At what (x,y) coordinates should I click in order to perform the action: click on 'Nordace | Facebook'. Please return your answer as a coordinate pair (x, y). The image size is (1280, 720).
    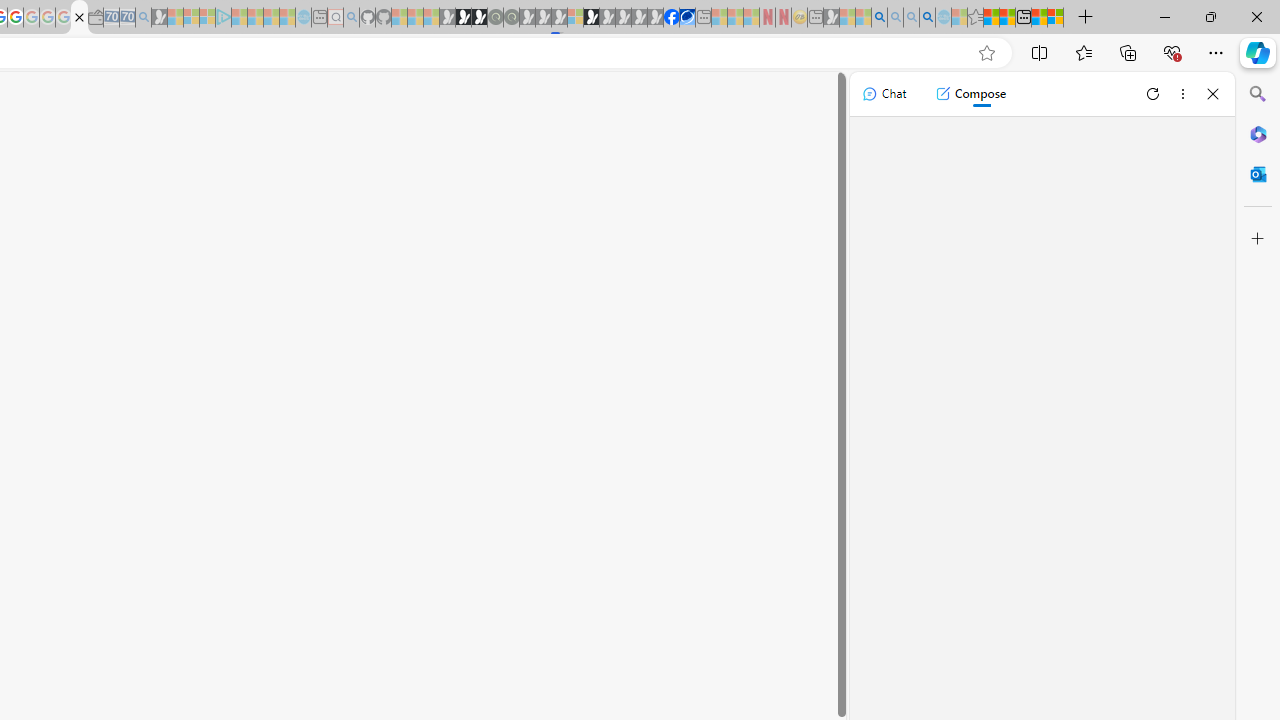
    Looking at the image, I should click on (672, 17).